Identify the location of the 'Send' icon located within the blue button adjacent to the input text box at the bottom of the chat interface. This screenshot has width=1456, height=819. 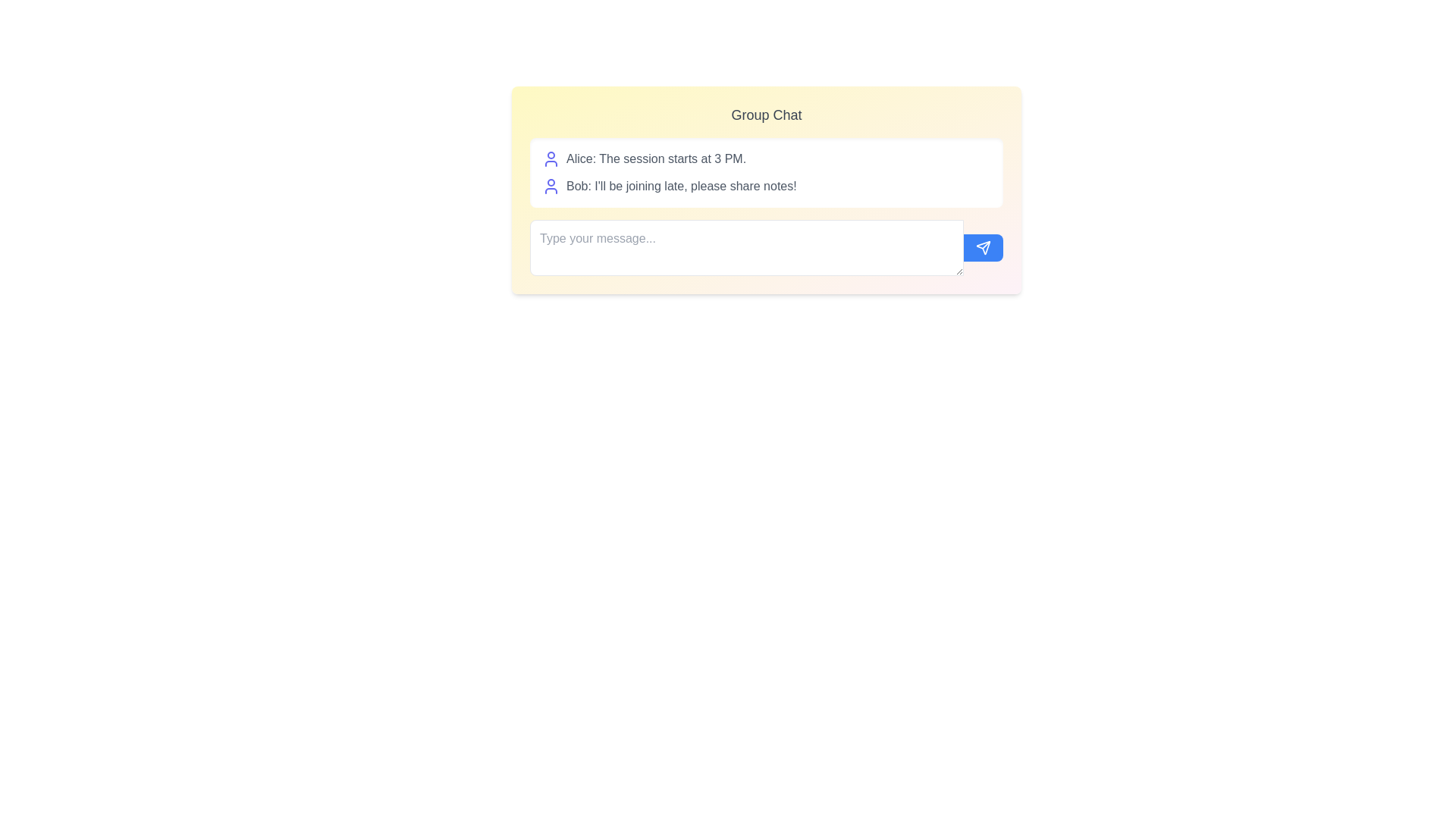
(983, 247).